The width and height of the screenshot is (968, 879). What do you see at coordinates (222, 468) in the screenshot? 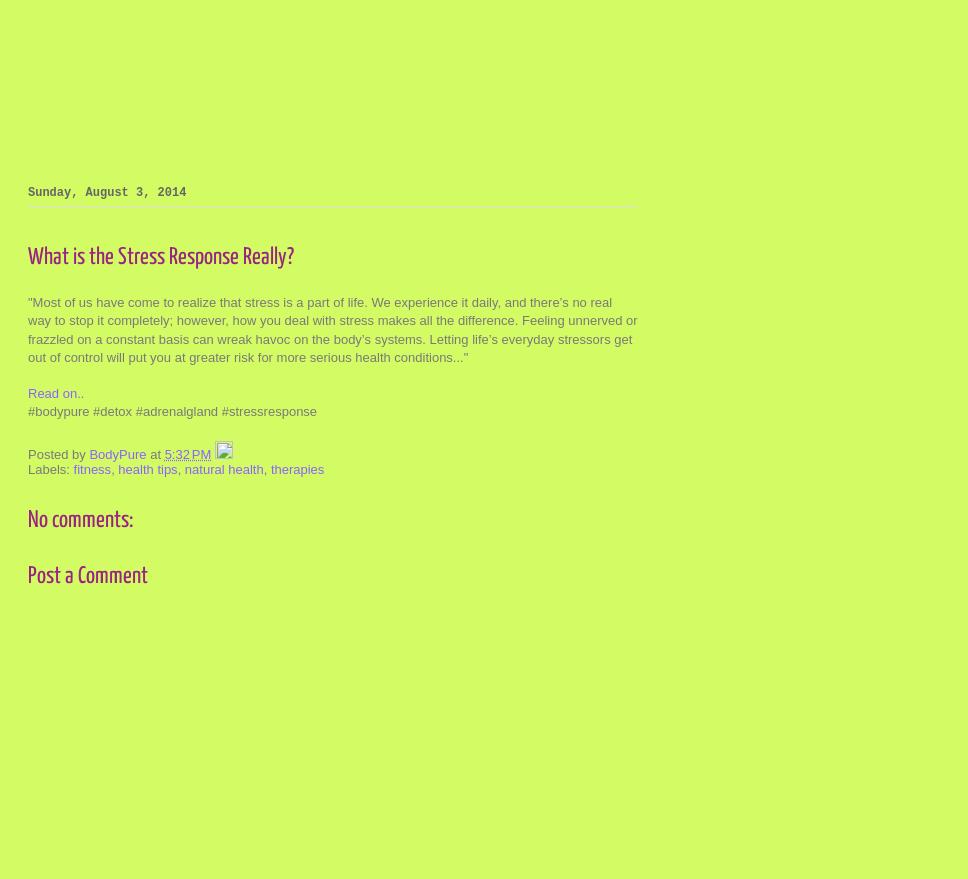
I see `'natural health'` at bounding box center [222, 468].